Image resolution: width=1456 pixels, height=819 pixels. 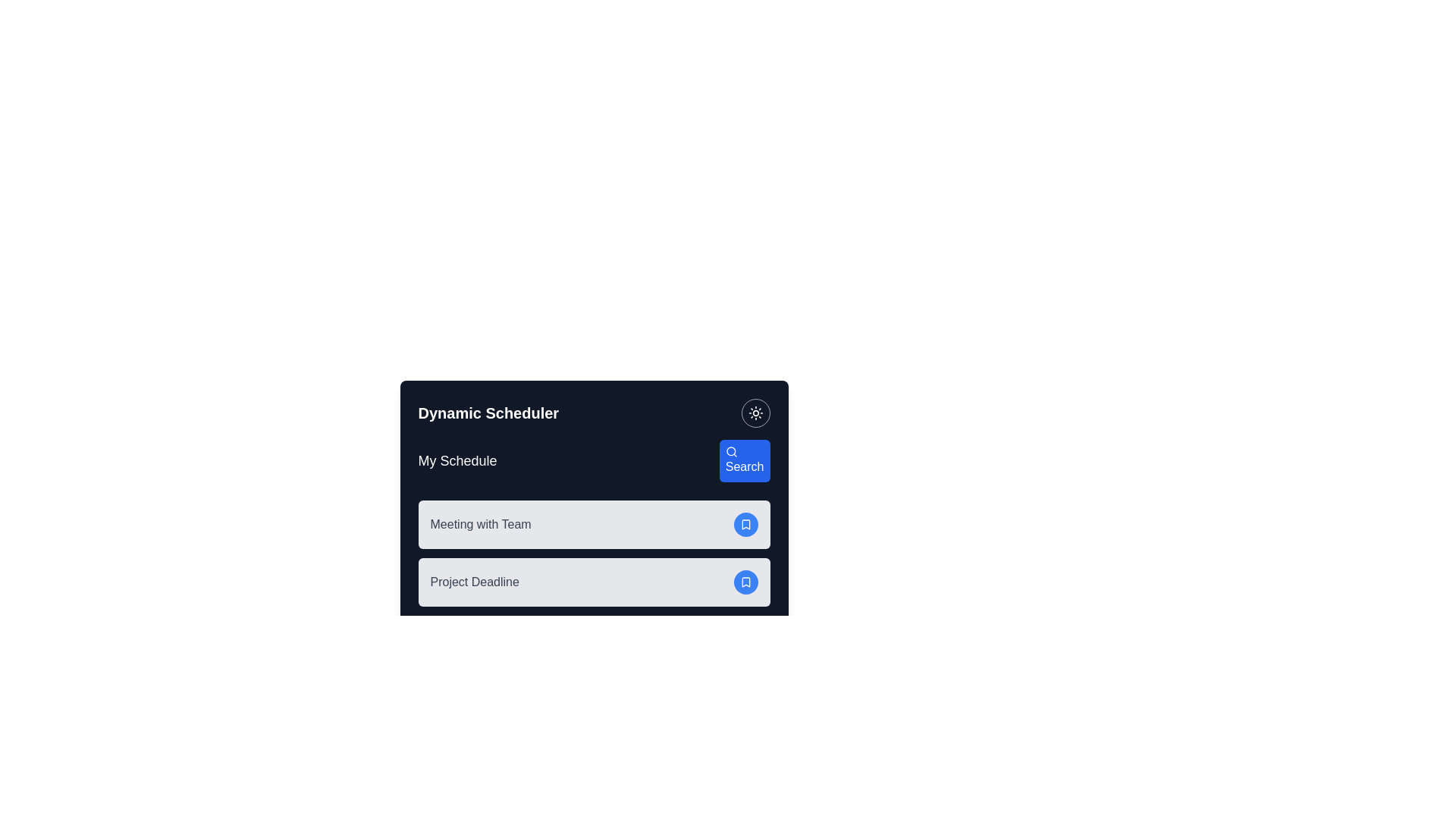 What do you see at coordinates (745, 581) in the screenshot?
I see `the bookmark icon within the 'Meeting with Team' list item` at bounding box center [745, 581].